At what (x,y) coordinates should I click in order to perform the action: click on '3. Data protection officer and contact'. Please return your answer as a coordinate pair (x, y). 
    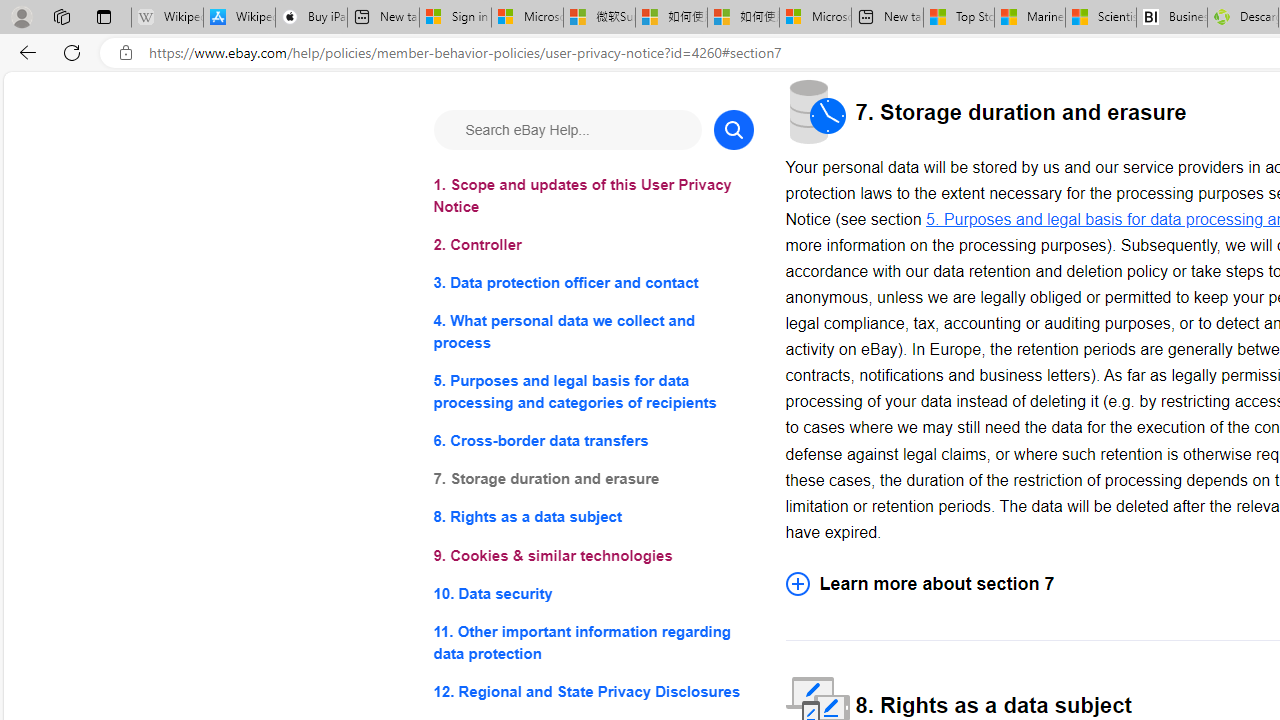
    Looking at the image, I should click on (592, 283).